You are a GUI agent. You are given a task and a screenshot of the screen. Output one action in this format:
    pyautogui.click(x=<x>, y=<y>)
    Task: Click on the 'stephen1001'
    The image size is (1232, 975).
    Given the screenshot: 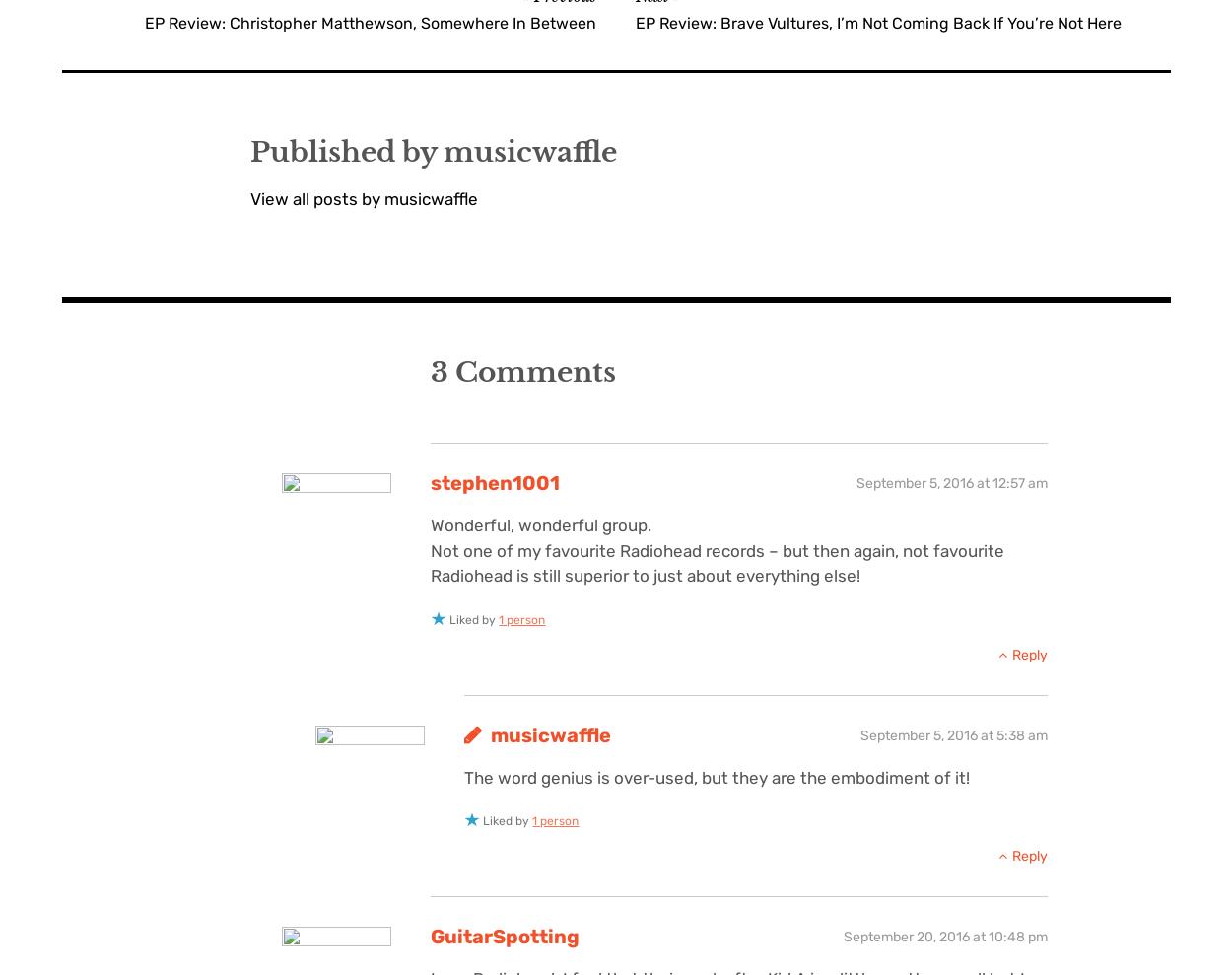 What is the action you would take?
    pyautogui.click(x=495, y=481)
    